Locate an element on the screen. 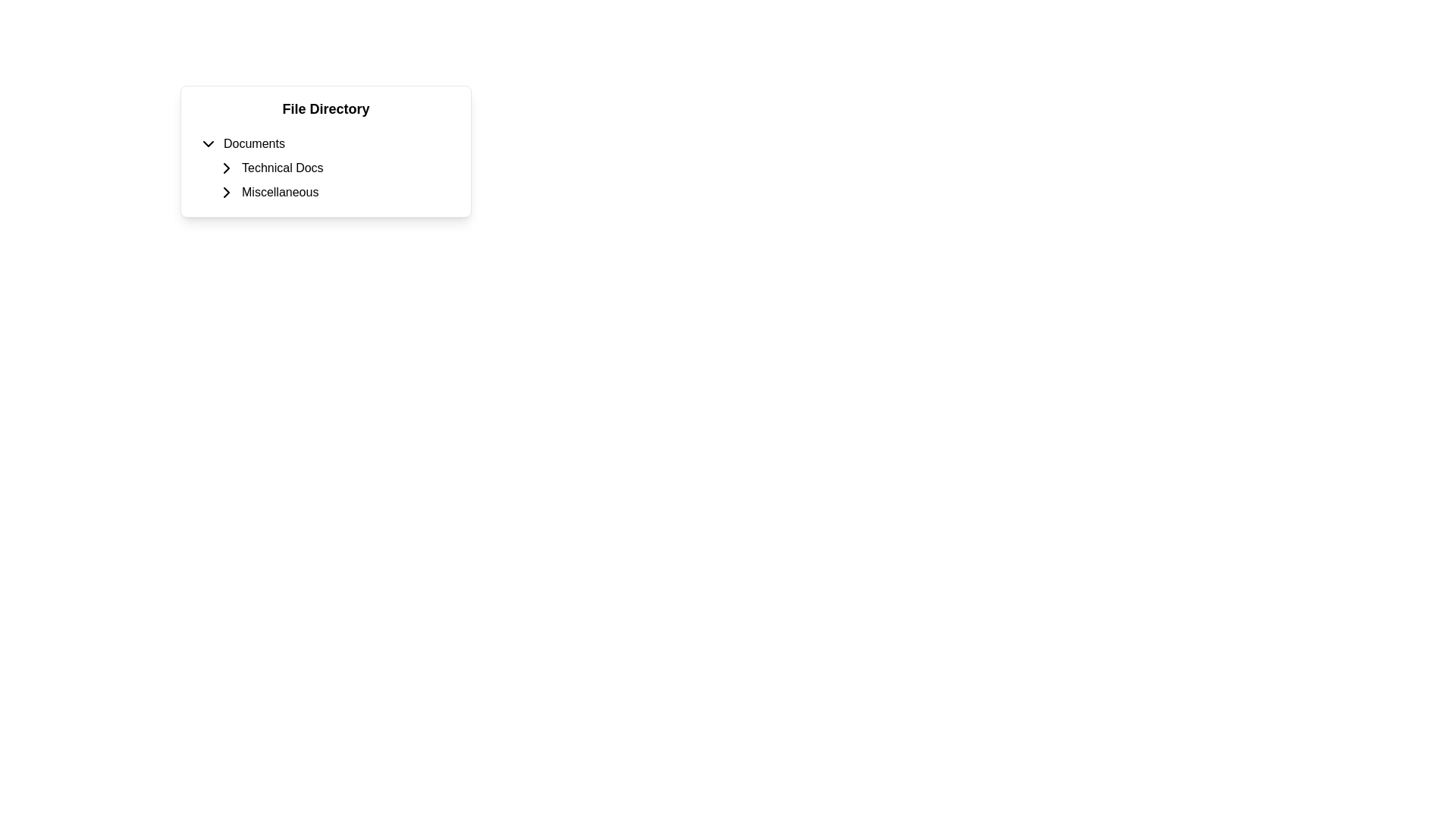 This screenshot has height=819, width=1456. the text label that serves as the heading for the file directory interface, positioned above the 'Documents' item is located at coordinates (325, 108).